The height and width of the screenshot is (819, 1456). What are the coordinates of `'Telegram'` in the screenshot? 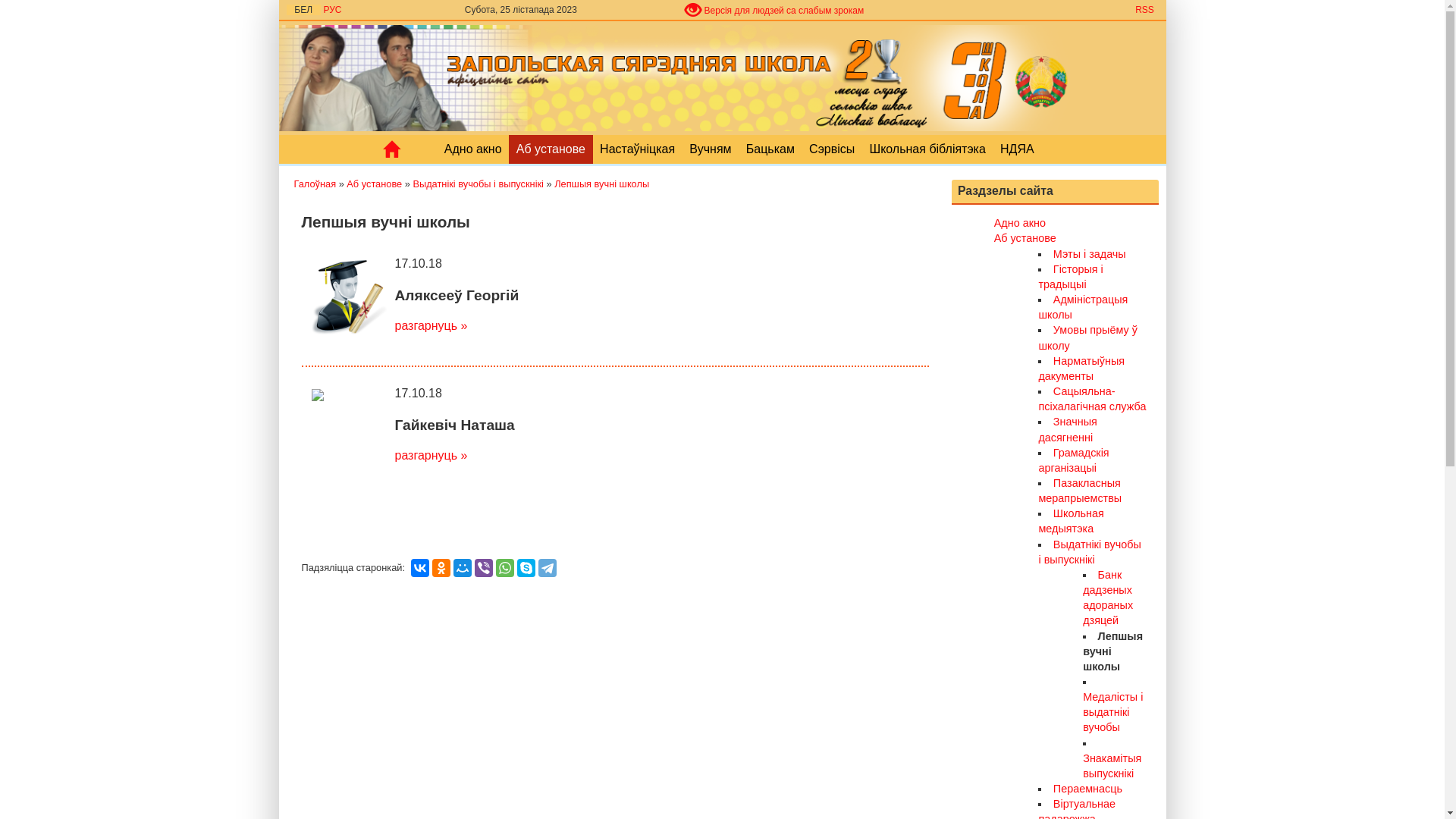 It's located at (546, 567).